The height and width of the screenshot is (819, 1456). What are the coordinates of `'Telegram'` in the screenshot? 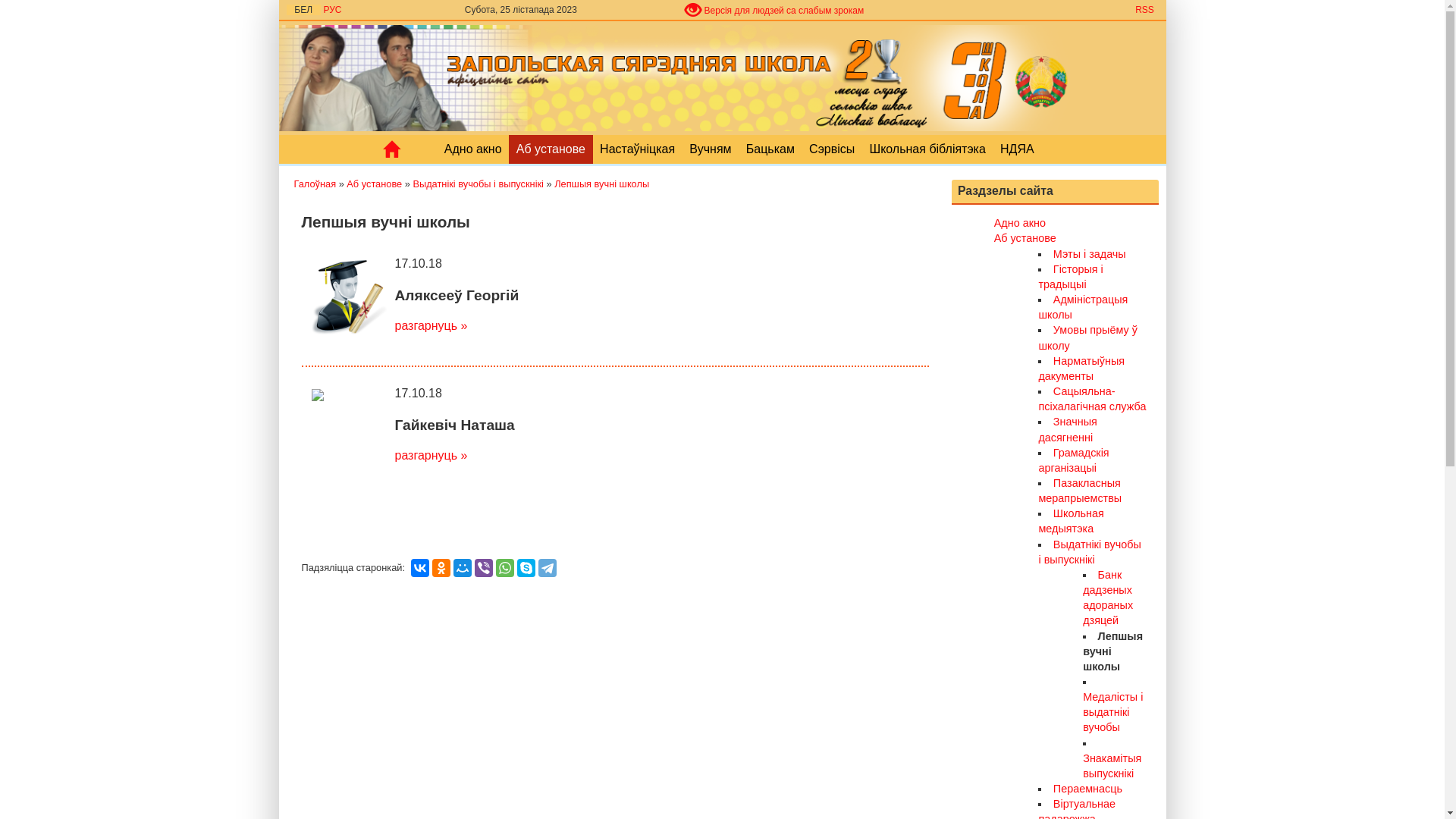 It's located at (546, 567).